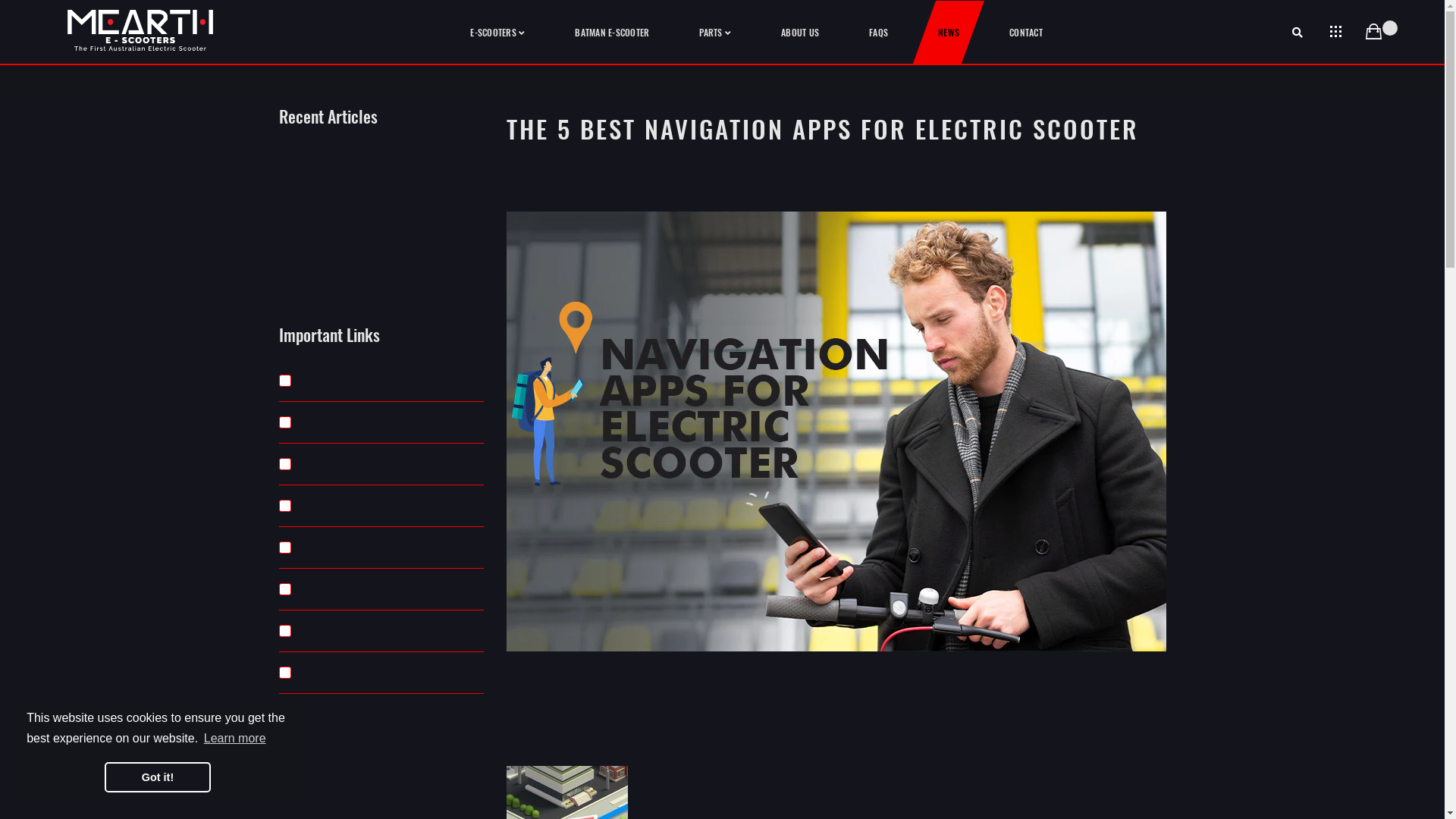 Image resolution: width=1456 pixels, height=819 pixels. Describe the element at coordinates (104, 777) in the screenshot. I see `'Got it!'` at that location.